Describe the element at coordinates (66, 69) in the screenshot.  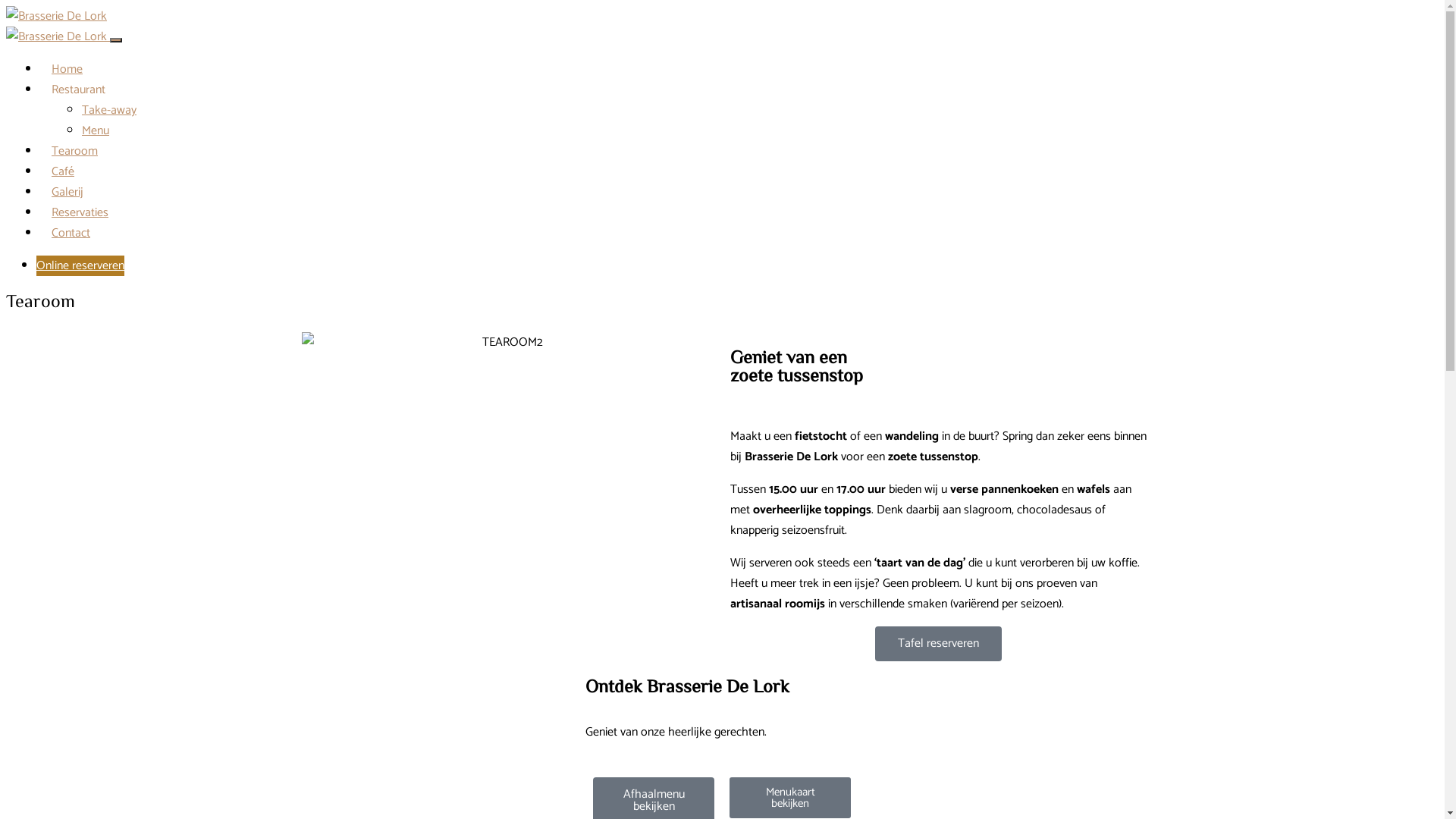
I see `'Home'` at that location.